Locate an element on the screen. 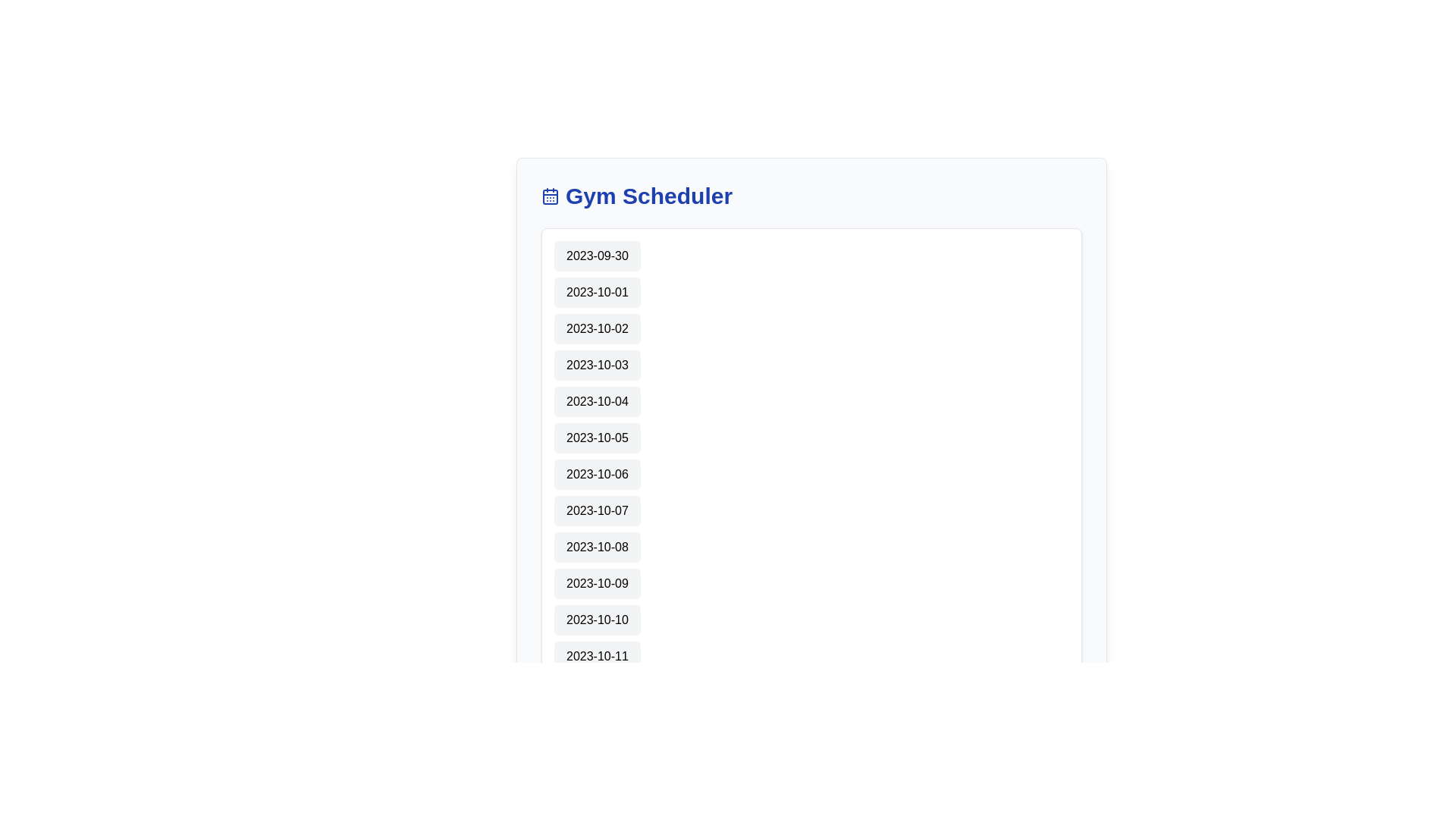 The height and width of the screenshot is (819, 1456). assistive tools is located at coordinates (549, 195).